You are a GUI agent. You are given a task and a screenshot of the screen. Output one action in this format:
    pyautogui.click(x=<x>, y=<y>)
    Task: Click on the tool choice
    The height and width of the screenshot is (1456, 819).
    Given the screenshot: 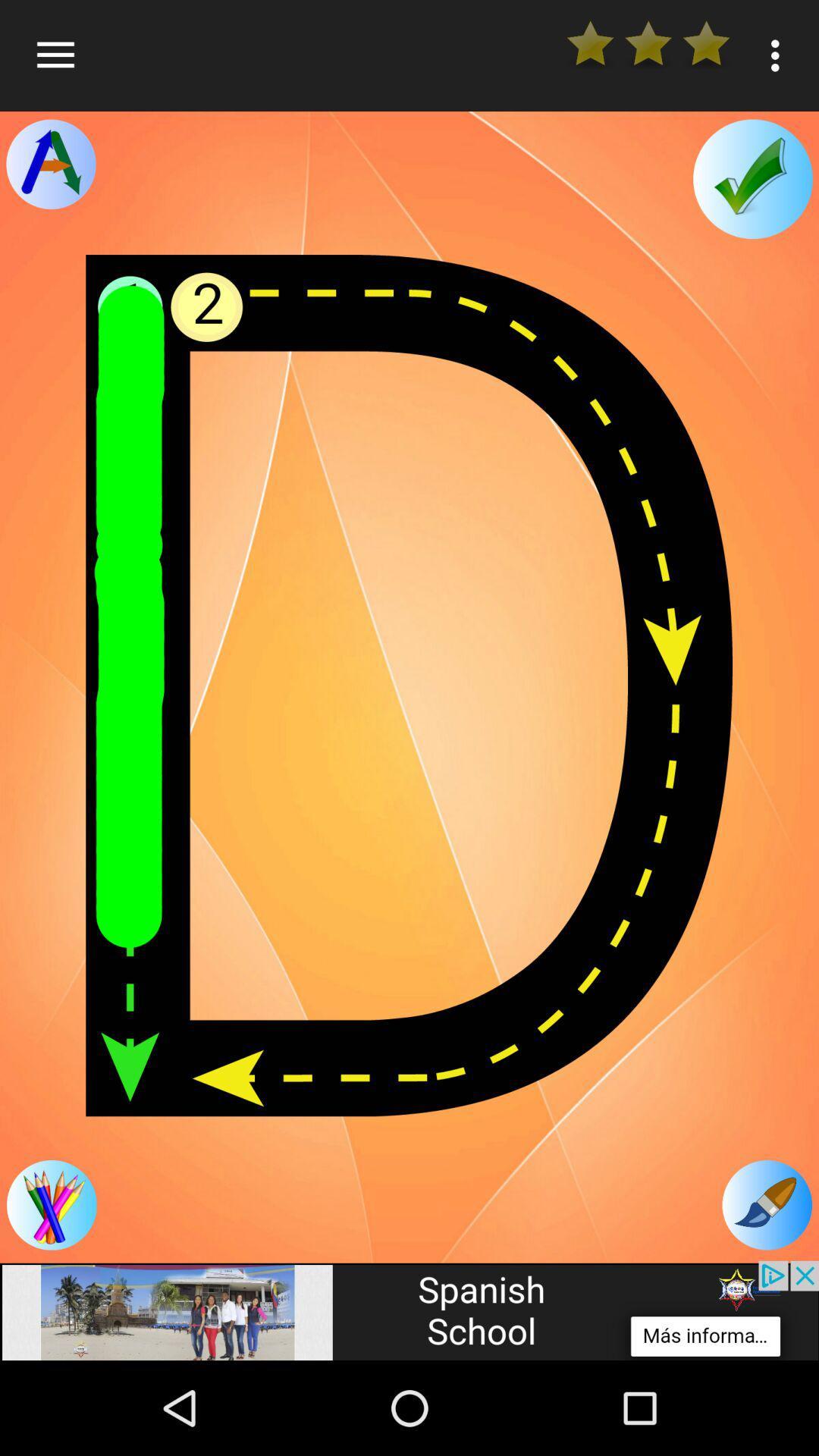 What is the action you would take?
    pyautogui.click(x=50, y=164)
    